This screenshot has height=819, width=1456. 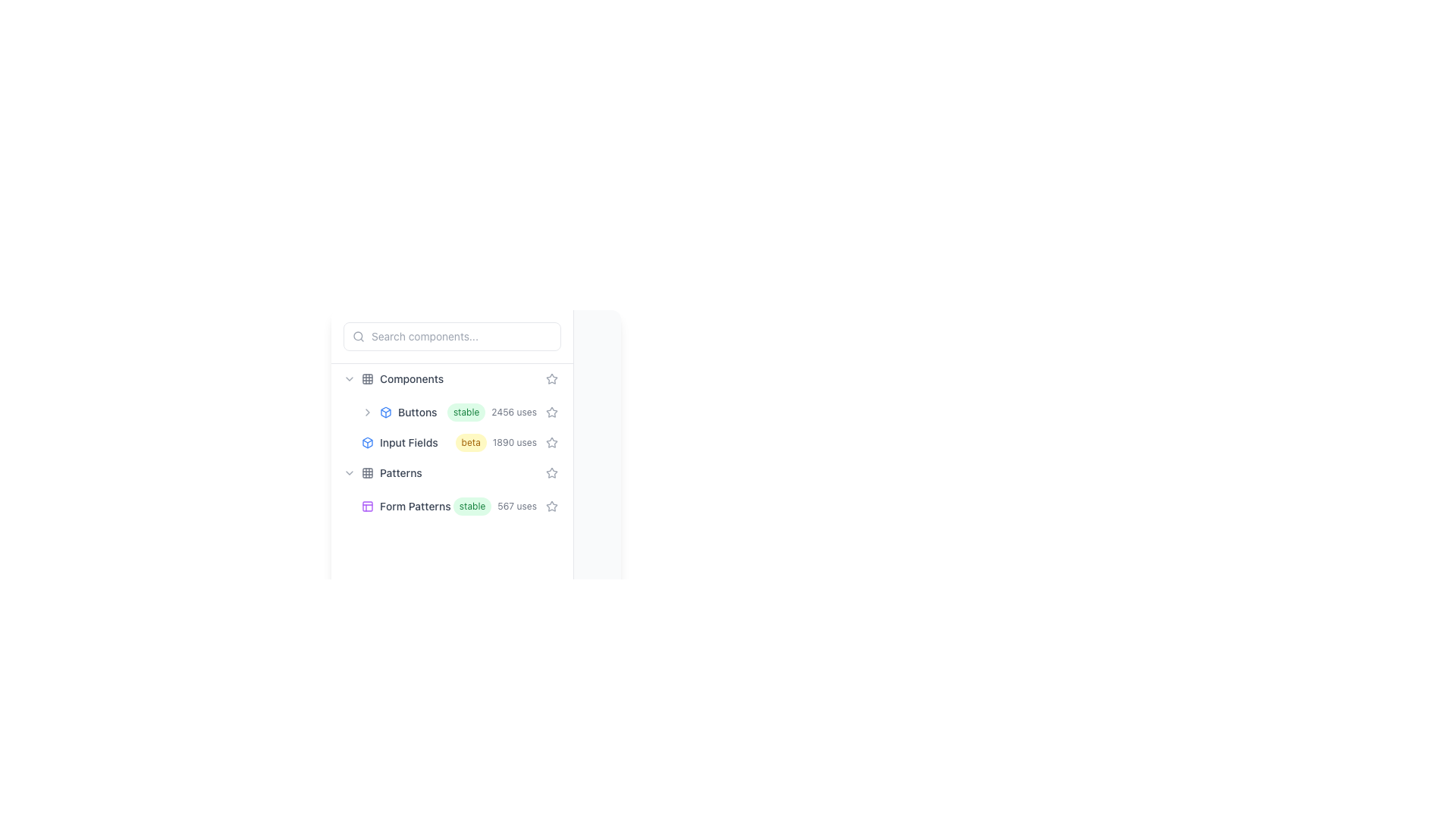 What do you see at coordinates (417, 412) in the screenshot?
I see `the 'Buttons' text label, which is styled with a medium font size in gray color and aligned within the 'Components' section of the interface` at bounding box center [417, 412].